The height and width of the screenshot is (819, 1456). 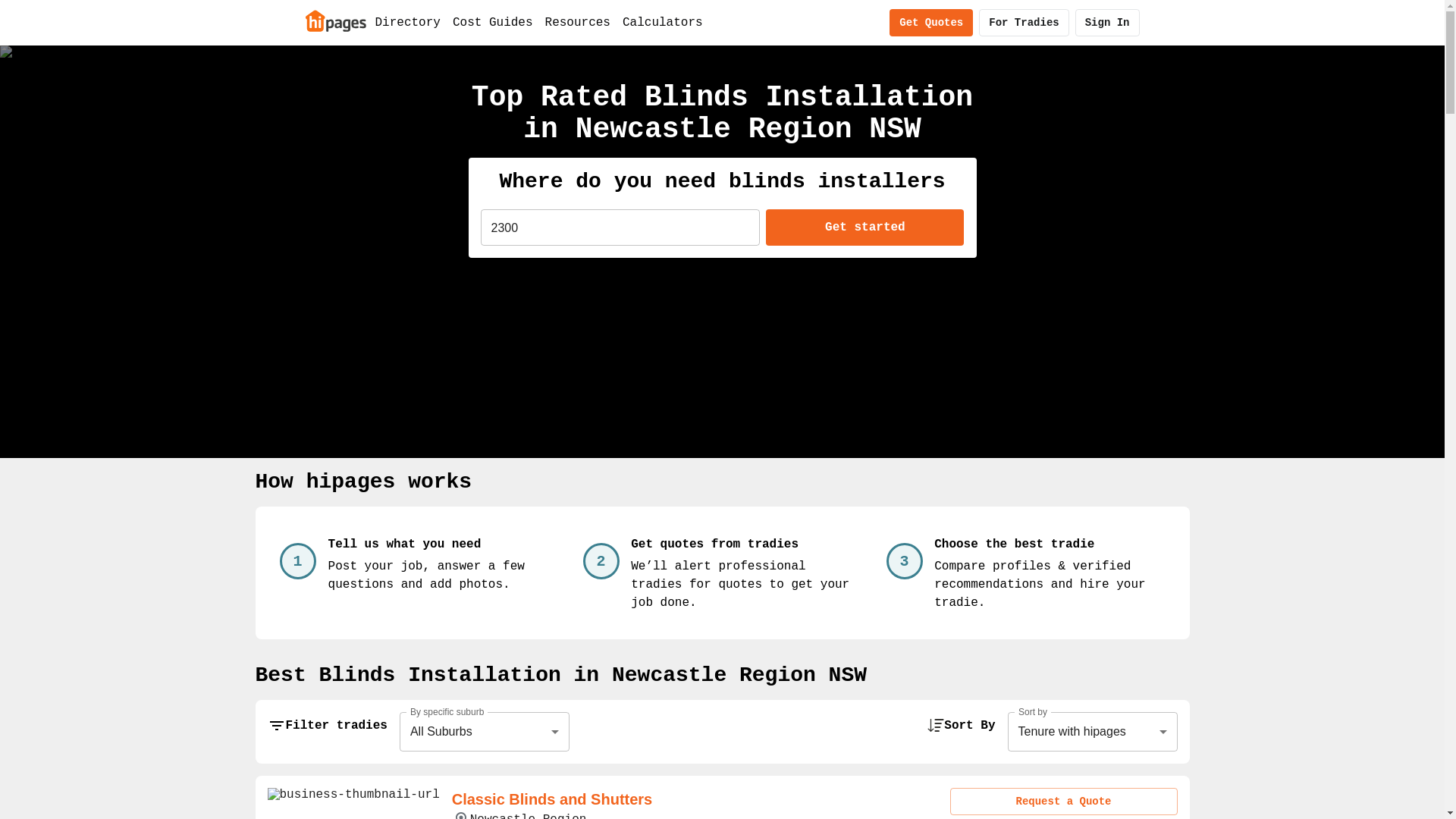 What do you see at coordinates (407, 23) in the screenshot?
I see `'Directory'` at bounding box center [407, 23].